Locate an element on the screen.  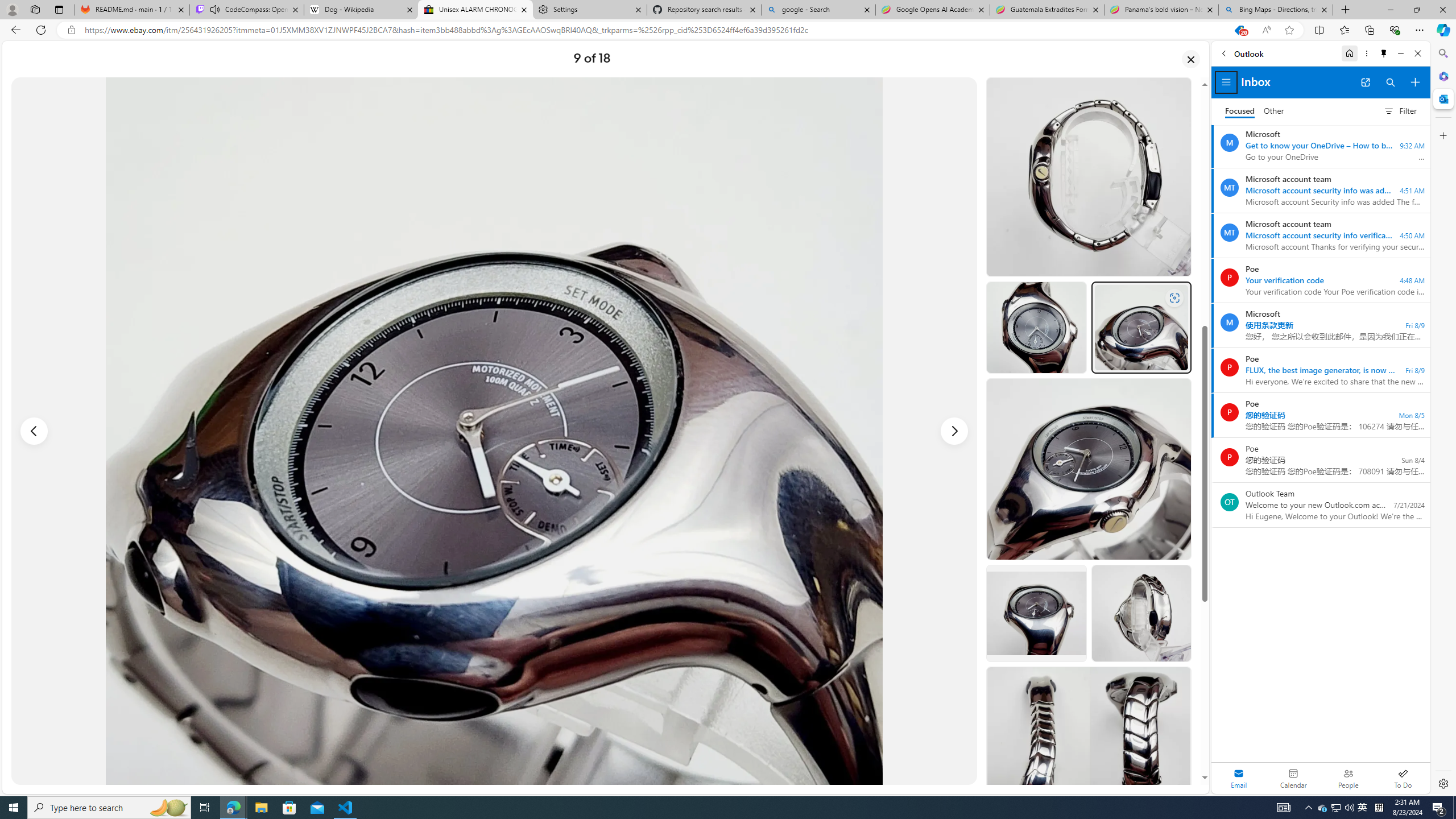
'Google Opens AI Academy for Startups - Nearshore Americas' is located at coordinates (932, 9).